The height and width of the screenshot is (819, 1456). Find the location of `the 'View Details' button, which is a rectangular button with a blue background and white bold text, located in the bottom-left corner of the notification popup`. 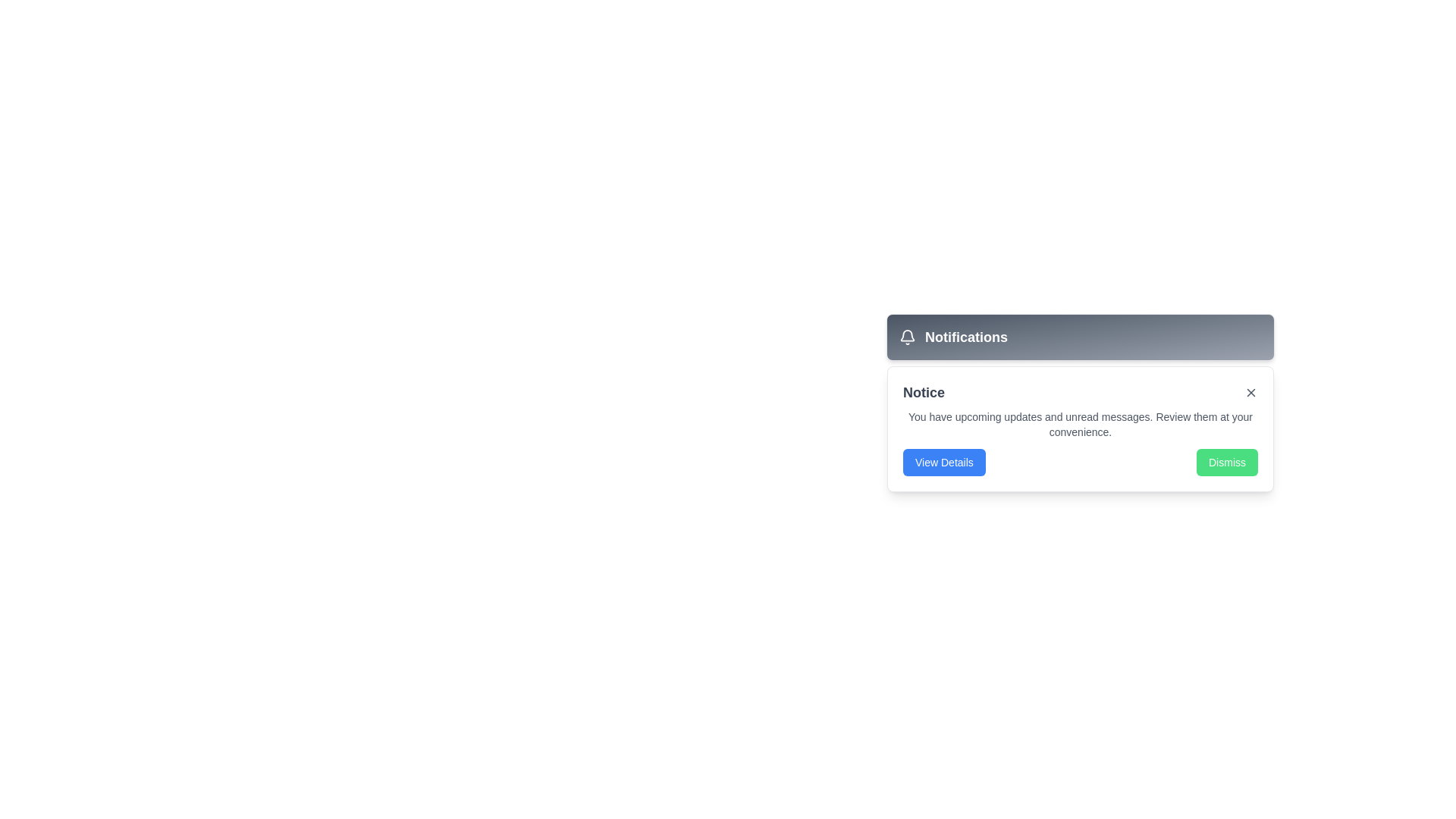

the 'View Details' button, which is a rectangular button with a blue background and white bold text, located in the bottom-left corner of the notification popup is located at coordinates (943, 461).